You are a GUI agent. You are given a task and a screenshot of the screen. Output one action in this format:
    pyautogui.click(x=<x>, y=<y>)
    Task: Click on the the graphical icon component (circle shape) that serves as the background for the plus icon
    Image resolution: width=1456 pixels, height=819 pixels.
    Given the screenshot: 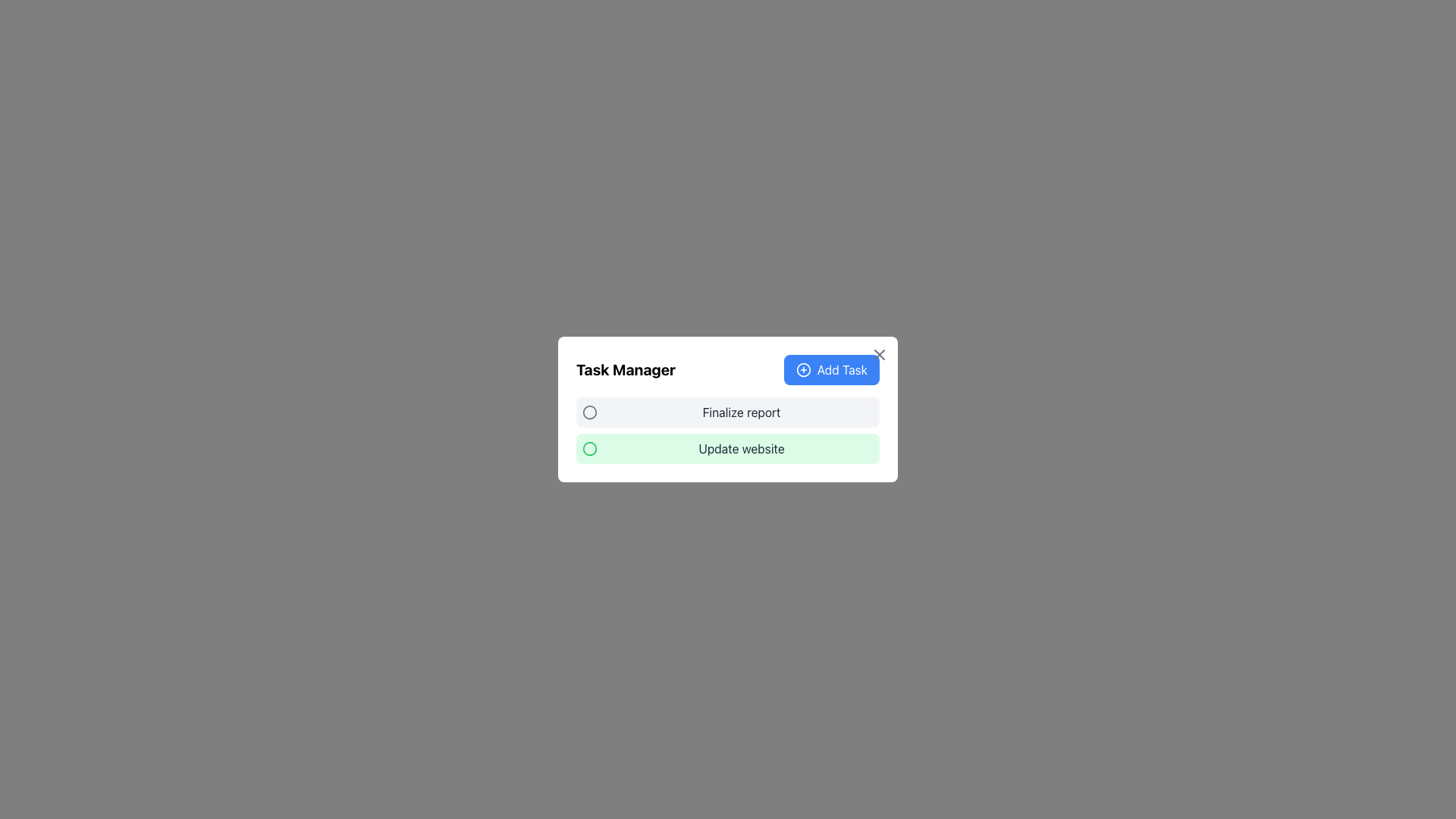 What is the action you would take?
    pyautogui.click(x=802, y=370)
    